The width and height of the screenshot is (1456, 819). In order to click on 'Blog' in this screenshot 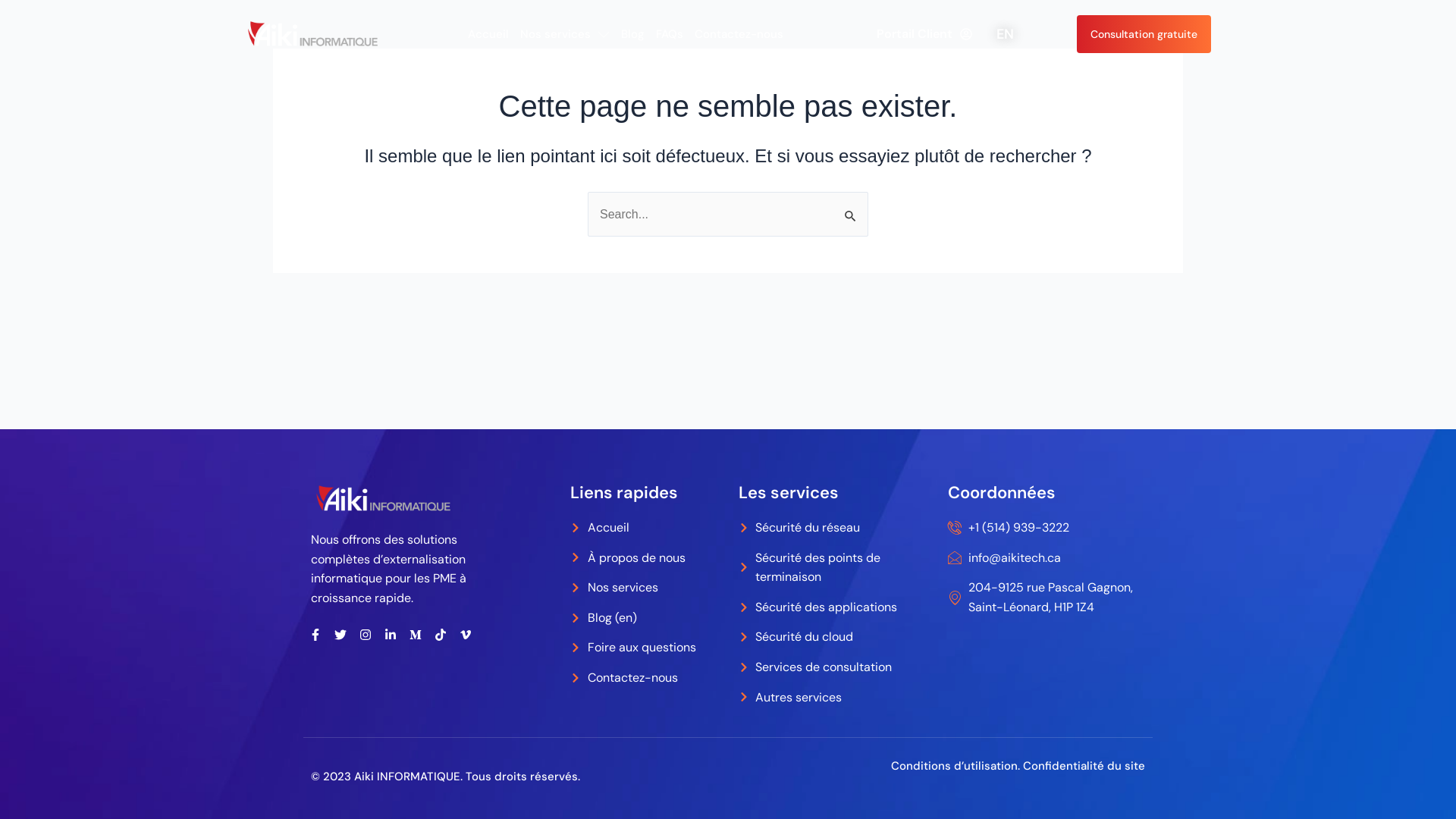, I will do `click(632, 34)`.